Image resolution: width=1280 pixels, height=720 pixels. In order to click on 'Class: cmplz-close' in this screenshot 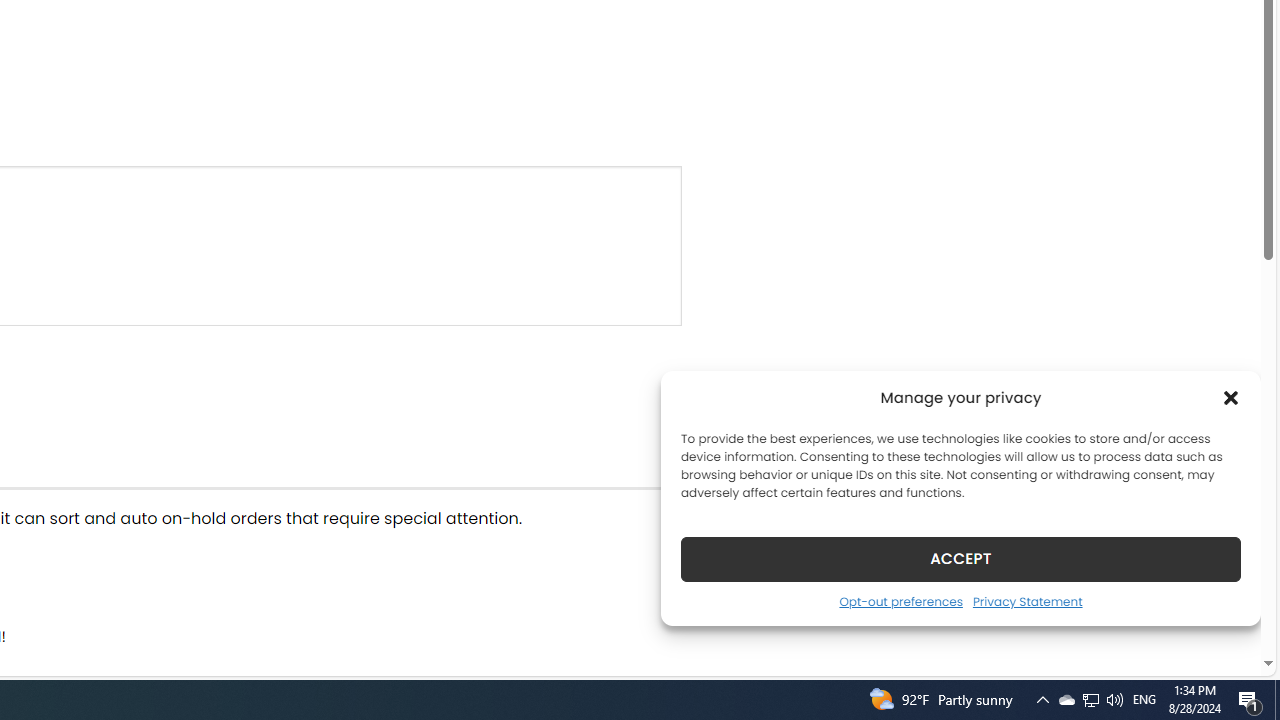, I will do `click(1230, 397)`.